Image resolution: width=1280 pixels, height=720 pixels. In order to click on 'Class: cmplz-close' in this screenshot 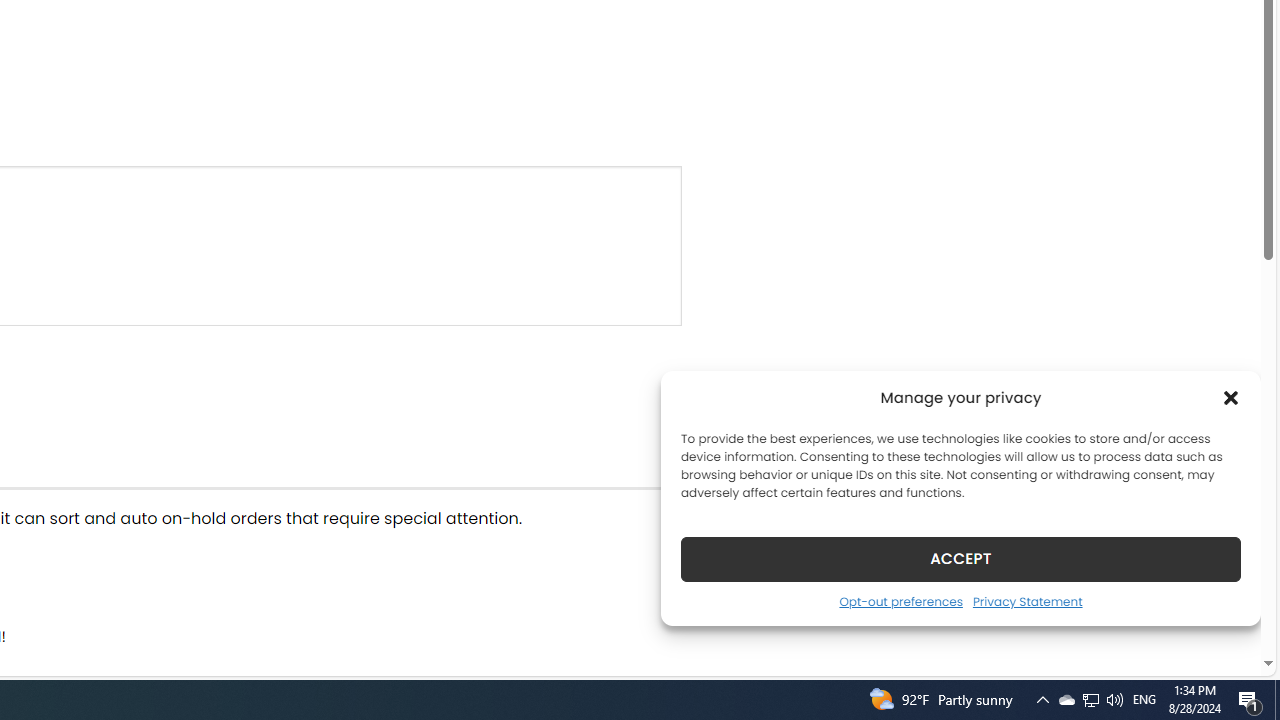, I will do `click(1230, 397)`.